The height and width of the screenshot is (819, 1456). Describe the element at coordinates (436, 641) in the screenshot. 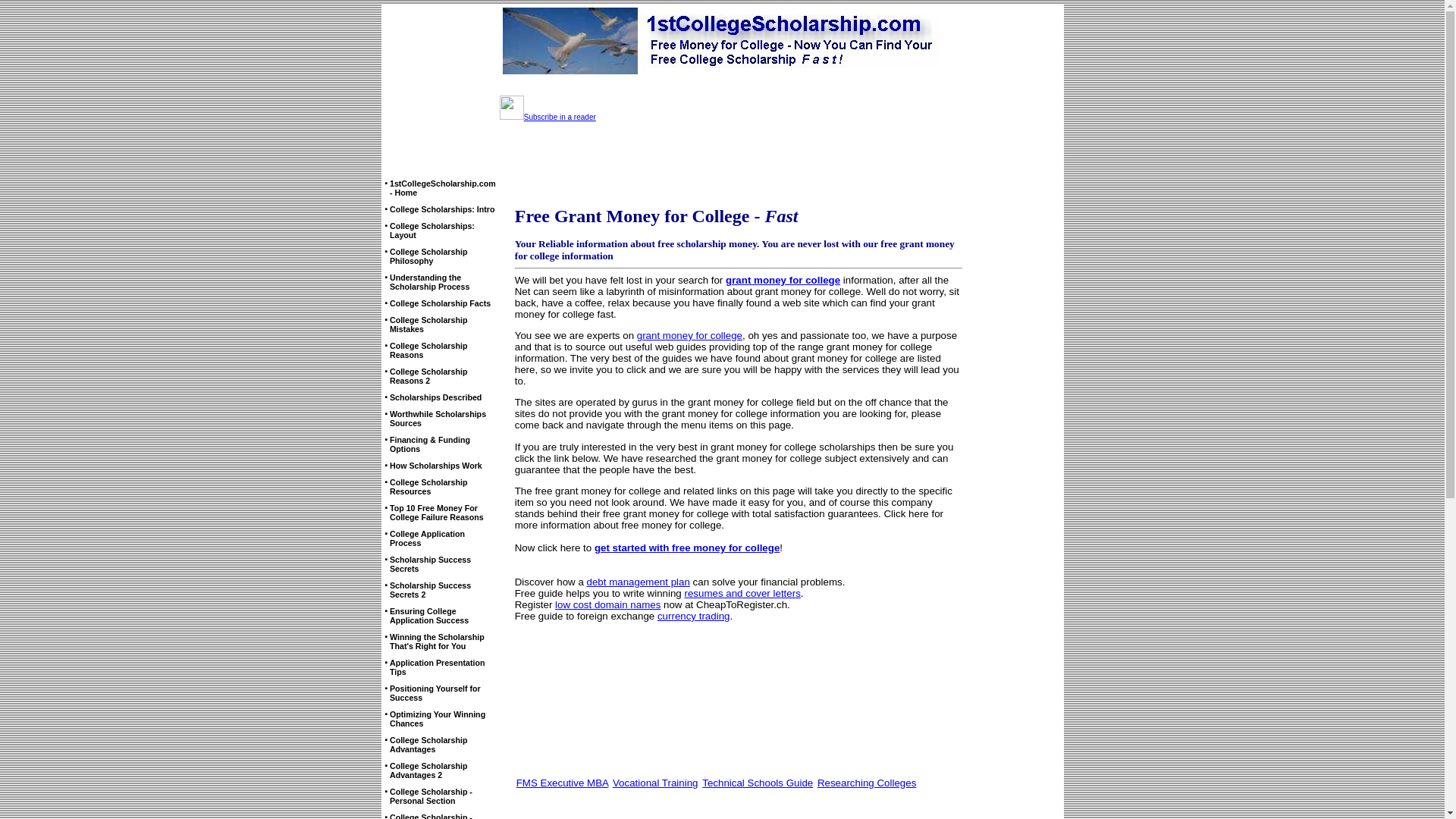

I see `'Winning the Scholarship That's Right for You'` at that location.